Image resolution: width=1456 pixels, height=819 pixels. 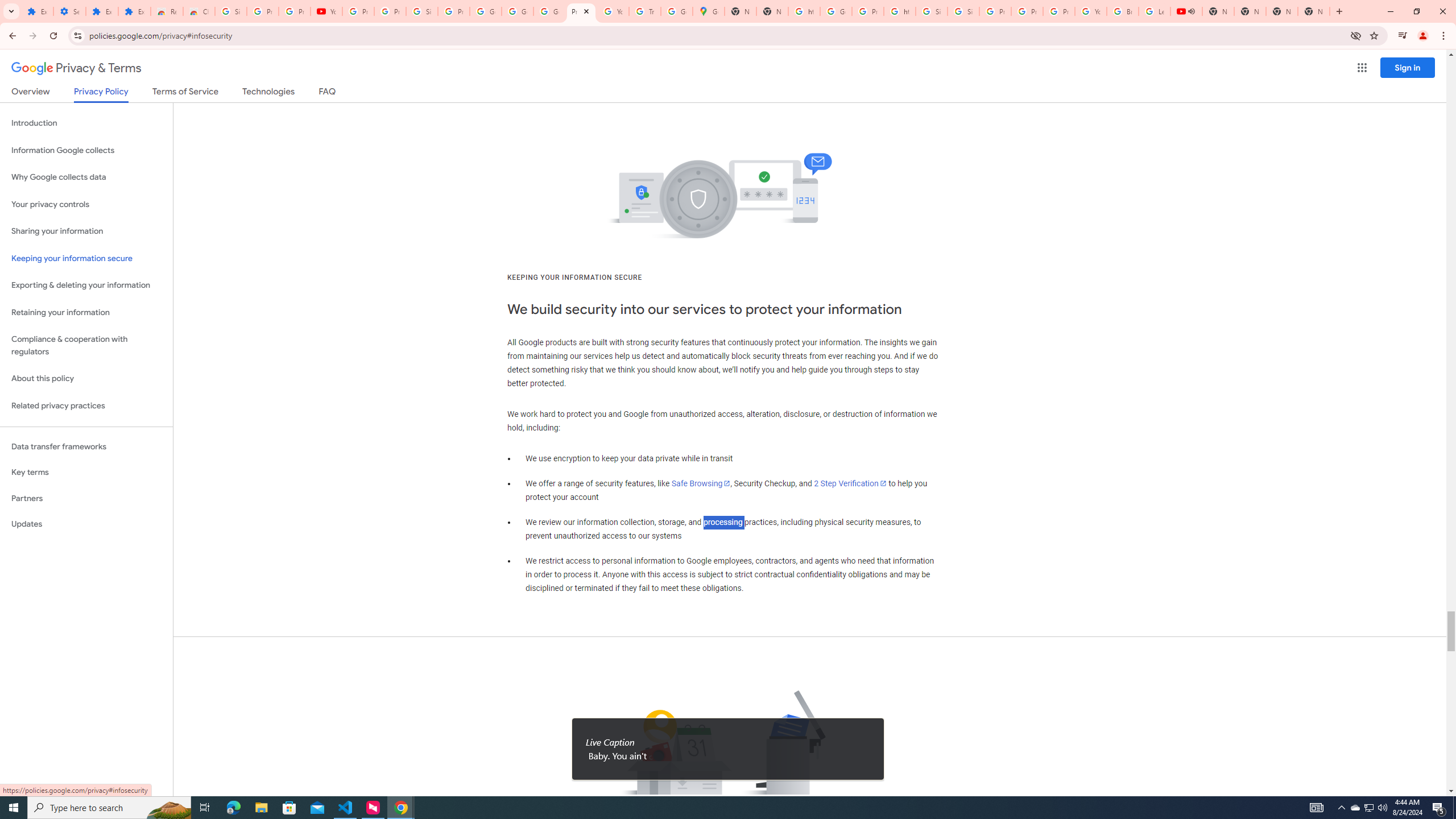 I want to click on 'Extensions', so click(x=102, y=11).